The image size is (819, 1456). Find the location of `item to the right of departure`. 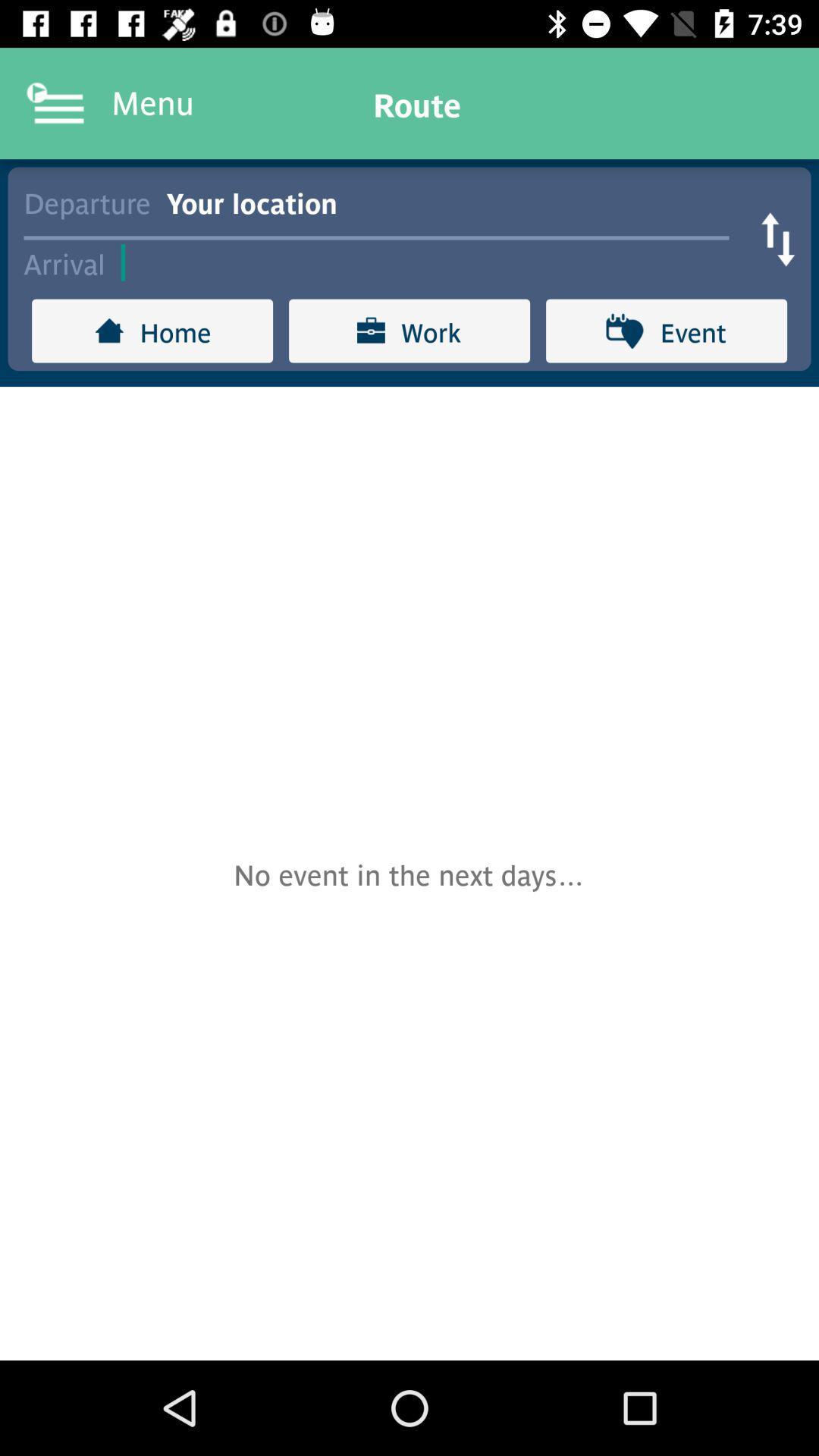

item to the right of departure is located at coordinates (455, 200).